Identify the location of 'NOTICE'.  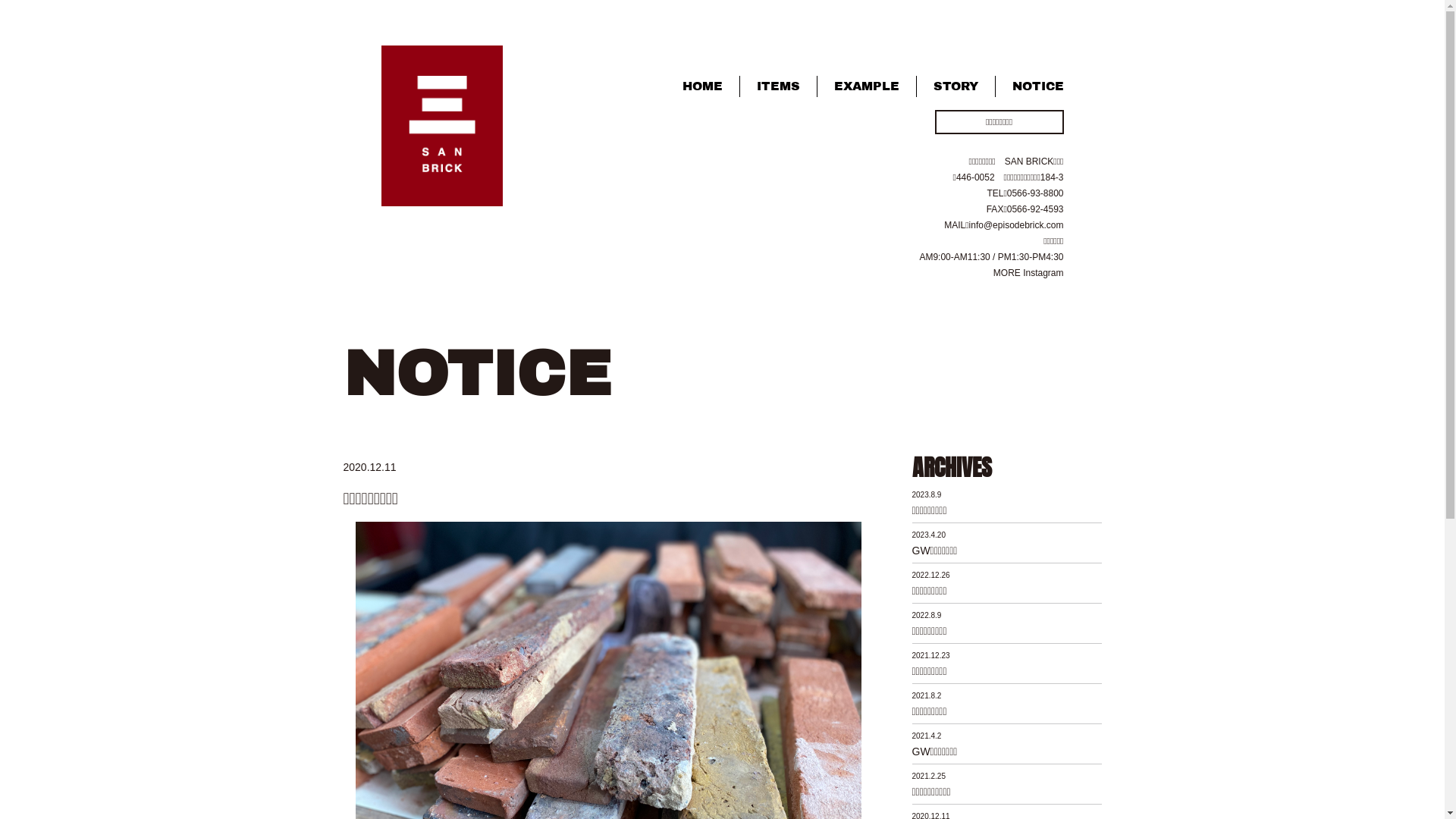
(1029, 86).